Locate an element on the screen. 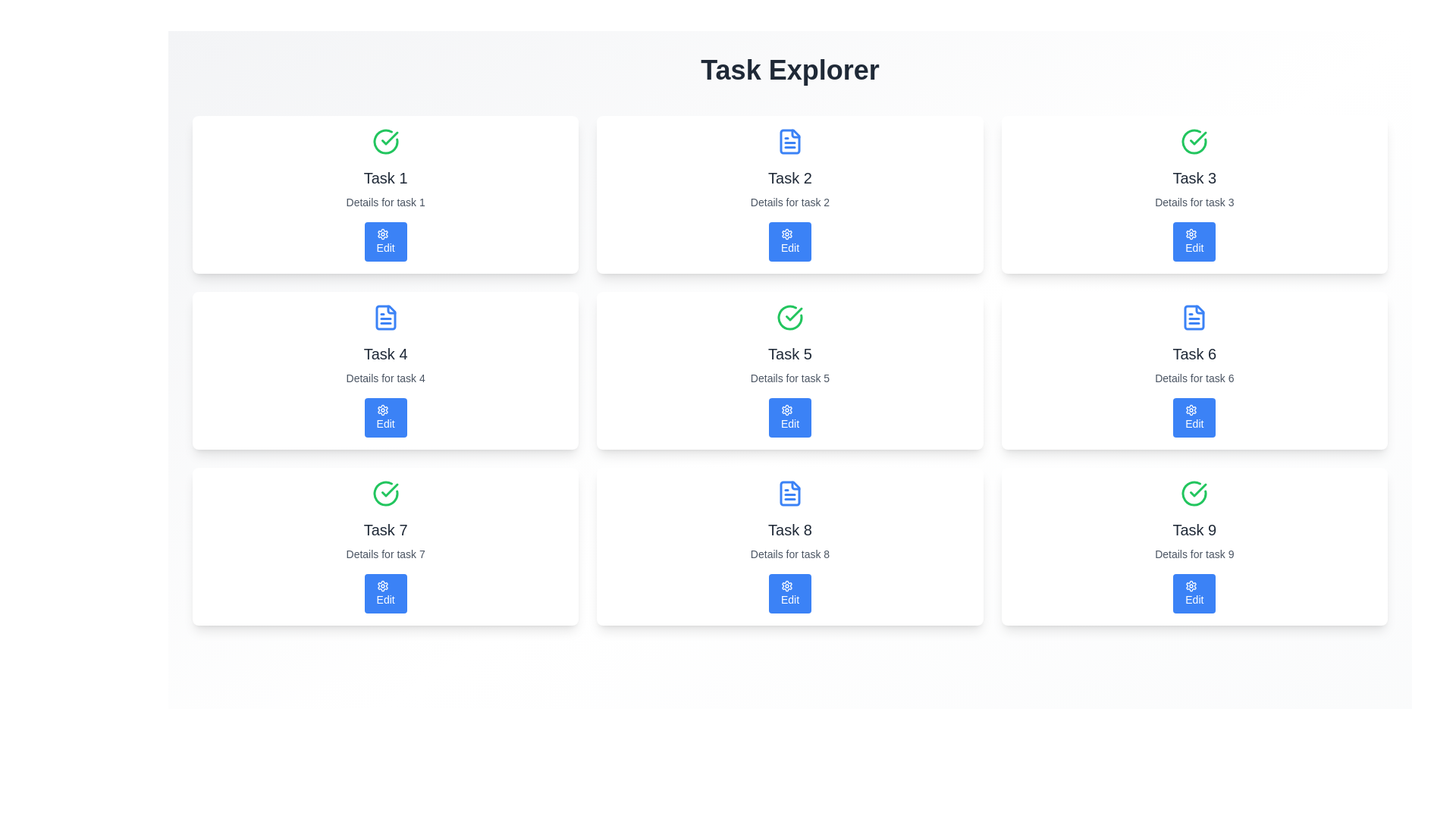  the settings icon, which is a cogwheel design located below the text 'Task 6' in the third row, middle column of the grid is located at coordinates (1191, 409).